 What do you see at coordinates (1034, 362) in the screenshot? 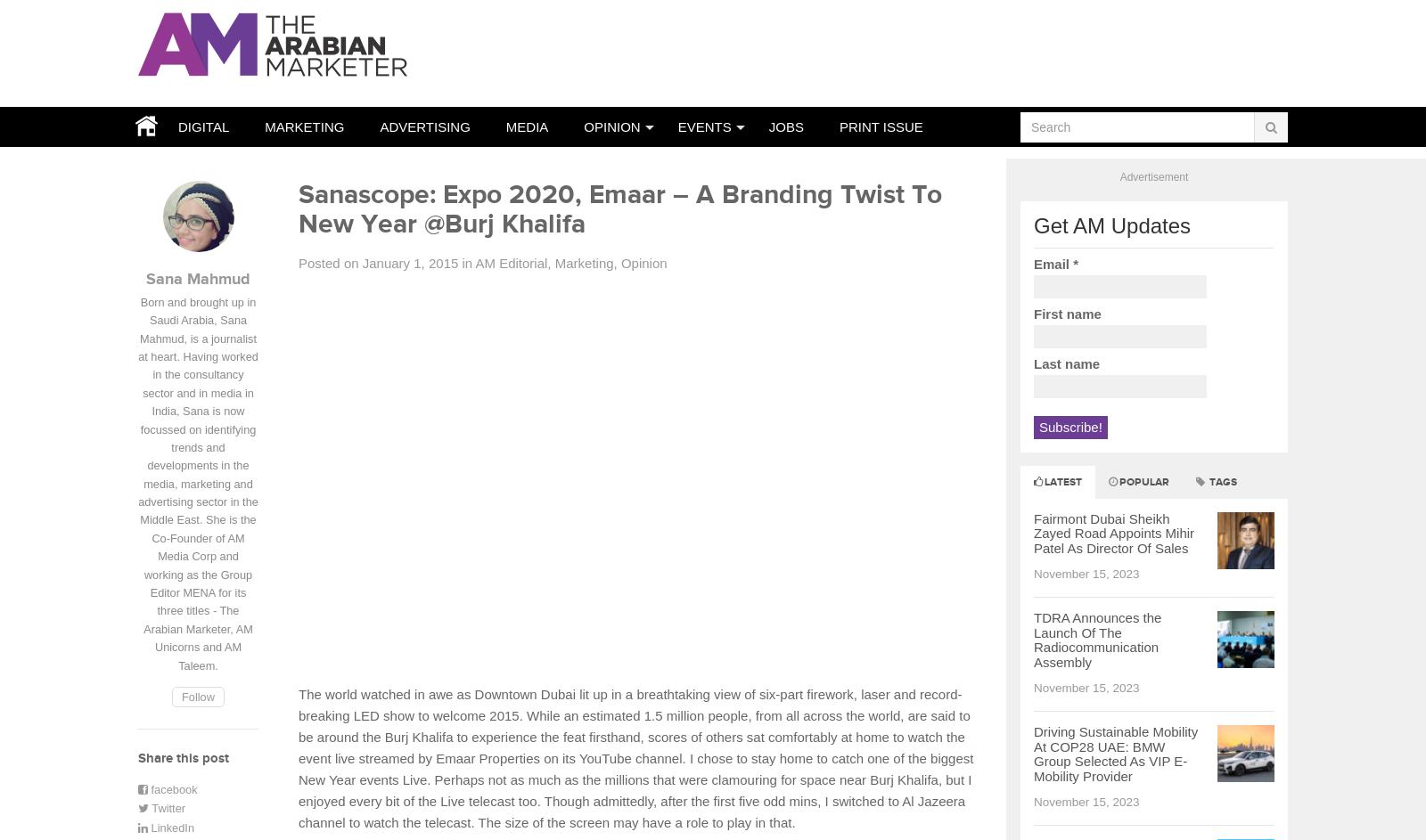
I see `'Last name'` at bounding box center [1034, 362].